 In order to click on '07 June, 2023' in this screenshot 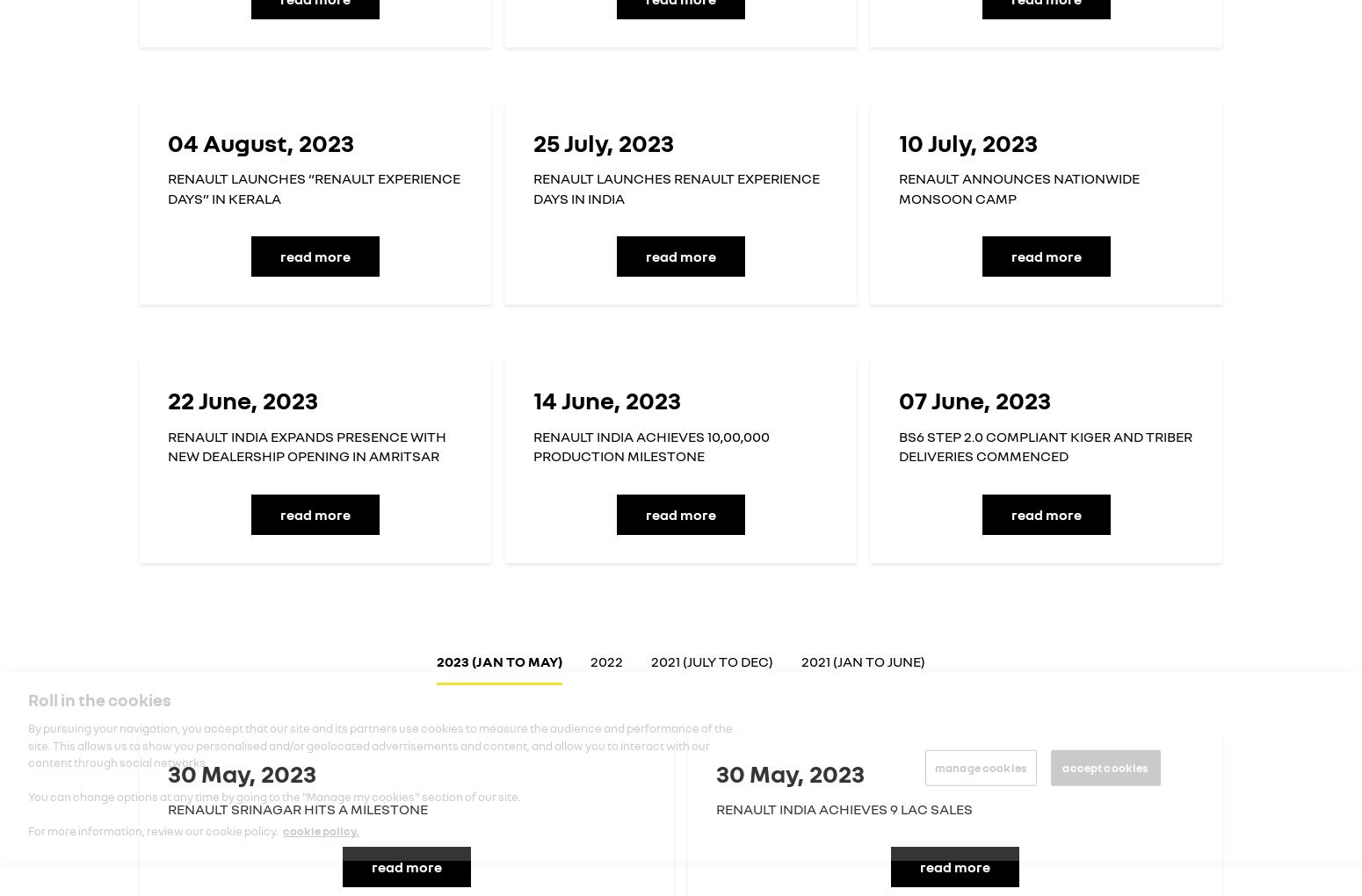, I will do `click(974, 399)`.